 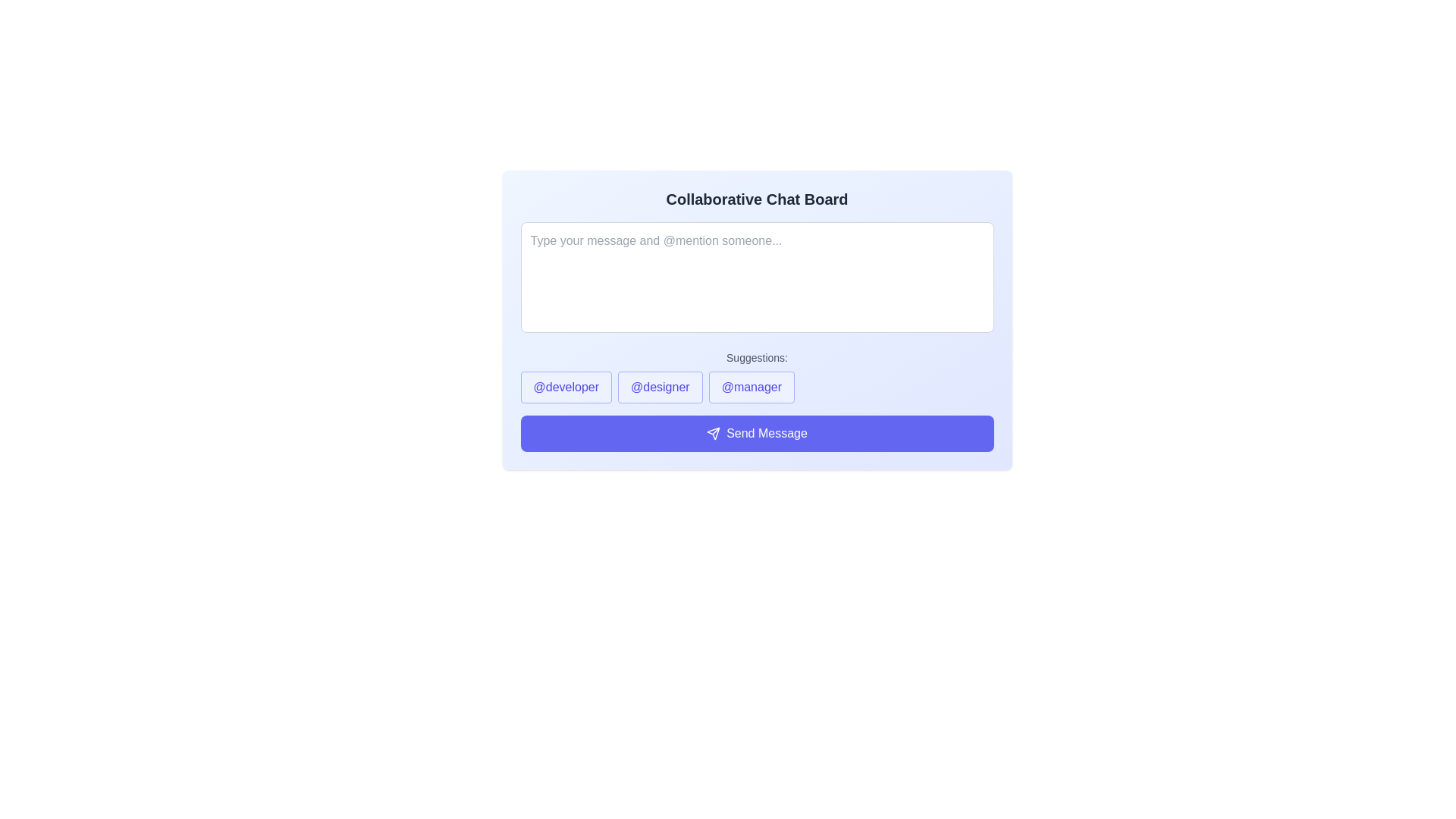 I want to click on the first button located below the text area under the 'Suggestions:' label, so click(x=565, y=386).